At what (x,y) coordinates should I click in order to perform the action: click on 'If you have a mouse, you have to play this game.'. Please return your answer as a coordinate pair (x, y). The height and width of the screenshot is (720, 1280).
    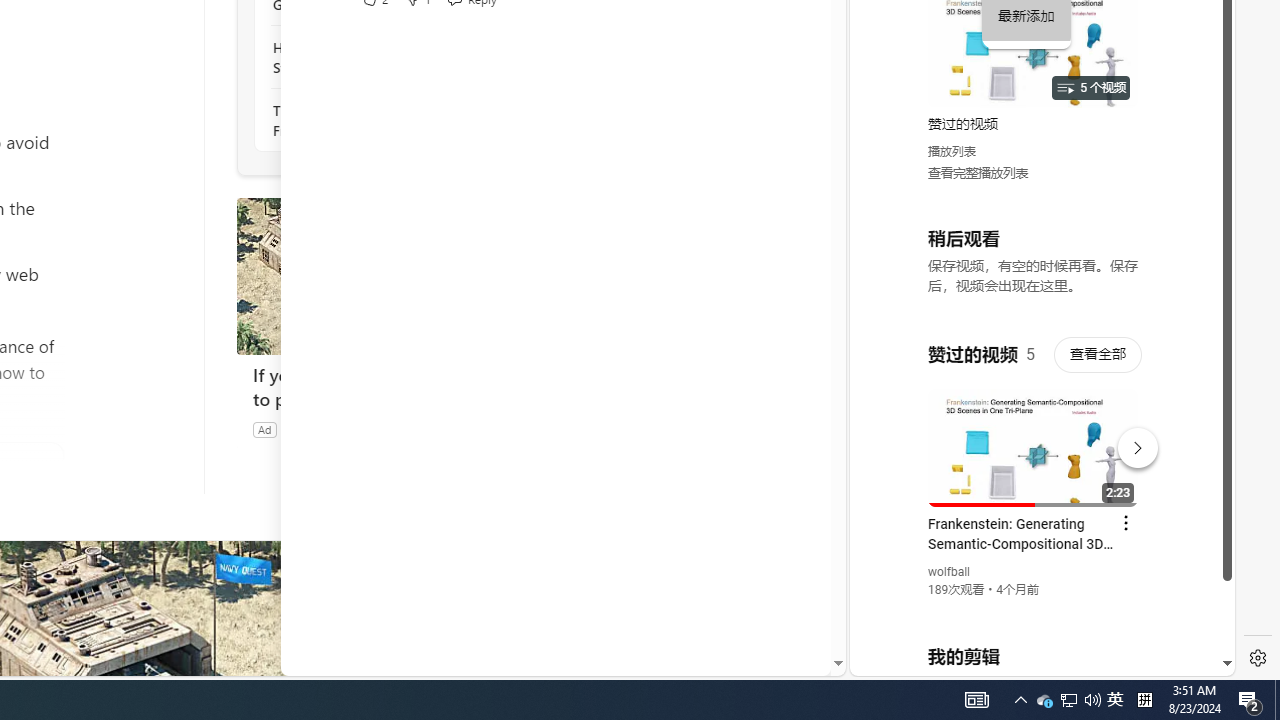
    Looking at the image, I should click on (386, 387).